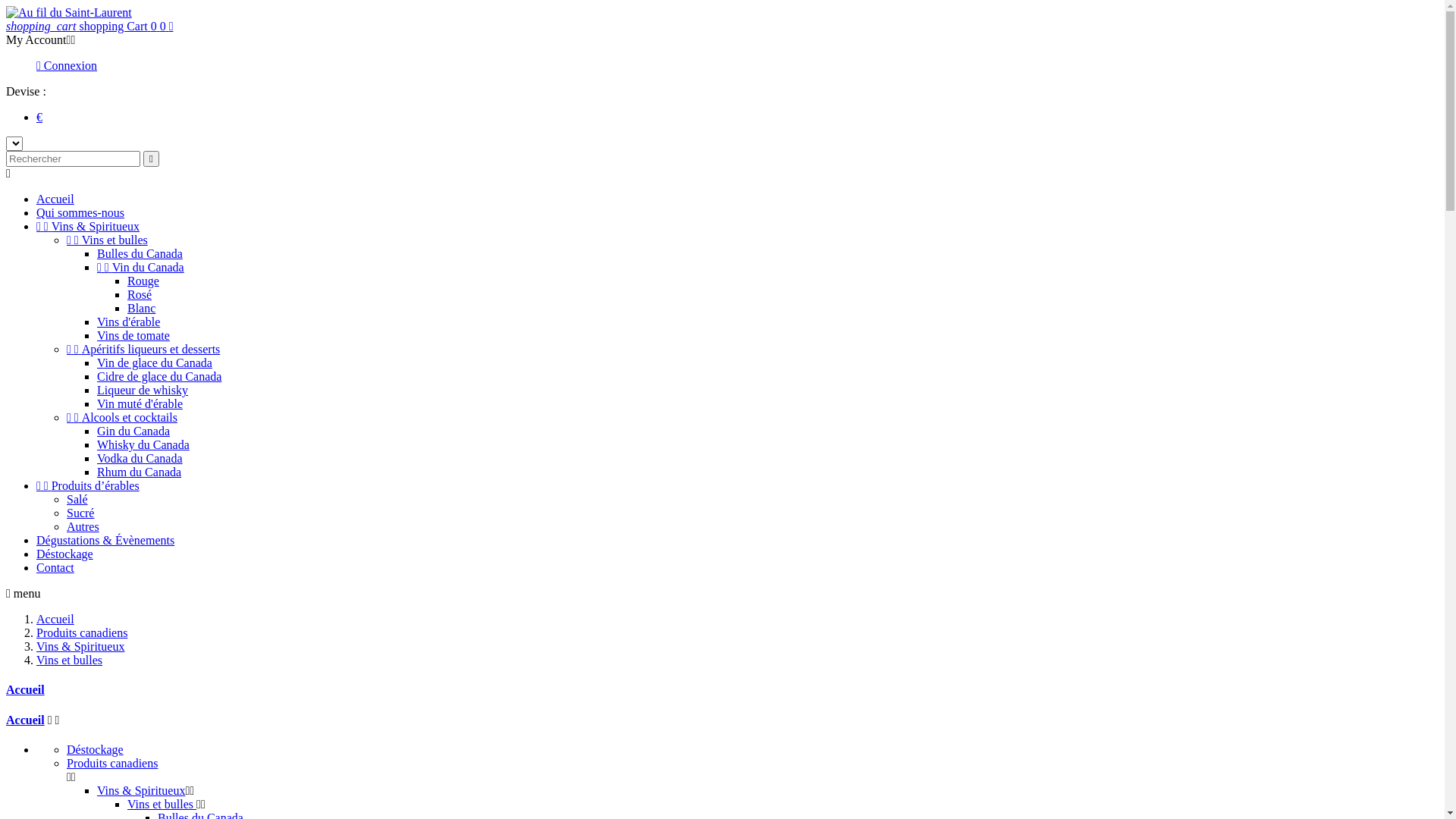 Image resolution: width=1456 pixels, height=819 pixels. What do you see at coordinates (133, 334) in the screenshot?
I see `'Vins de tomate'` at bounding box center [133, 334].